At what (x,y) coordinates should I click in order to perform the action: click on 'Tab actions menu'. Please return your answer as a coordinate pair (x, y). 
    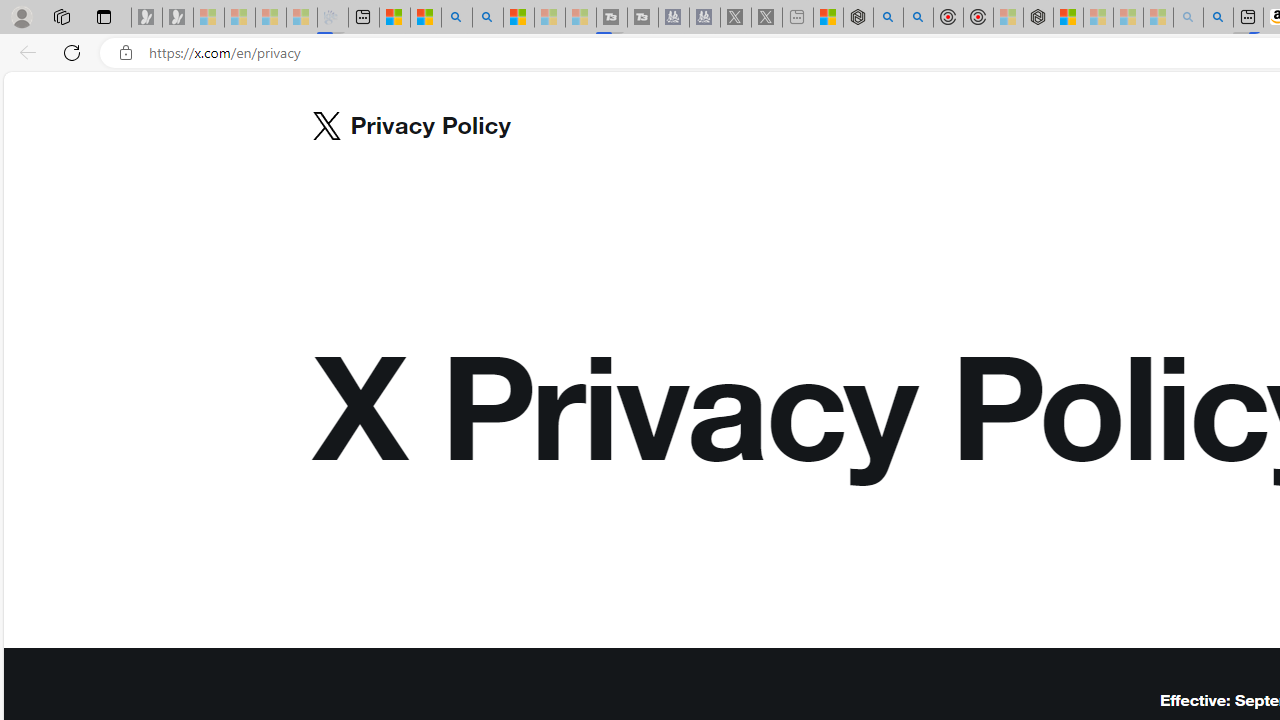
    Looking at the image, I should click on (103, 16).